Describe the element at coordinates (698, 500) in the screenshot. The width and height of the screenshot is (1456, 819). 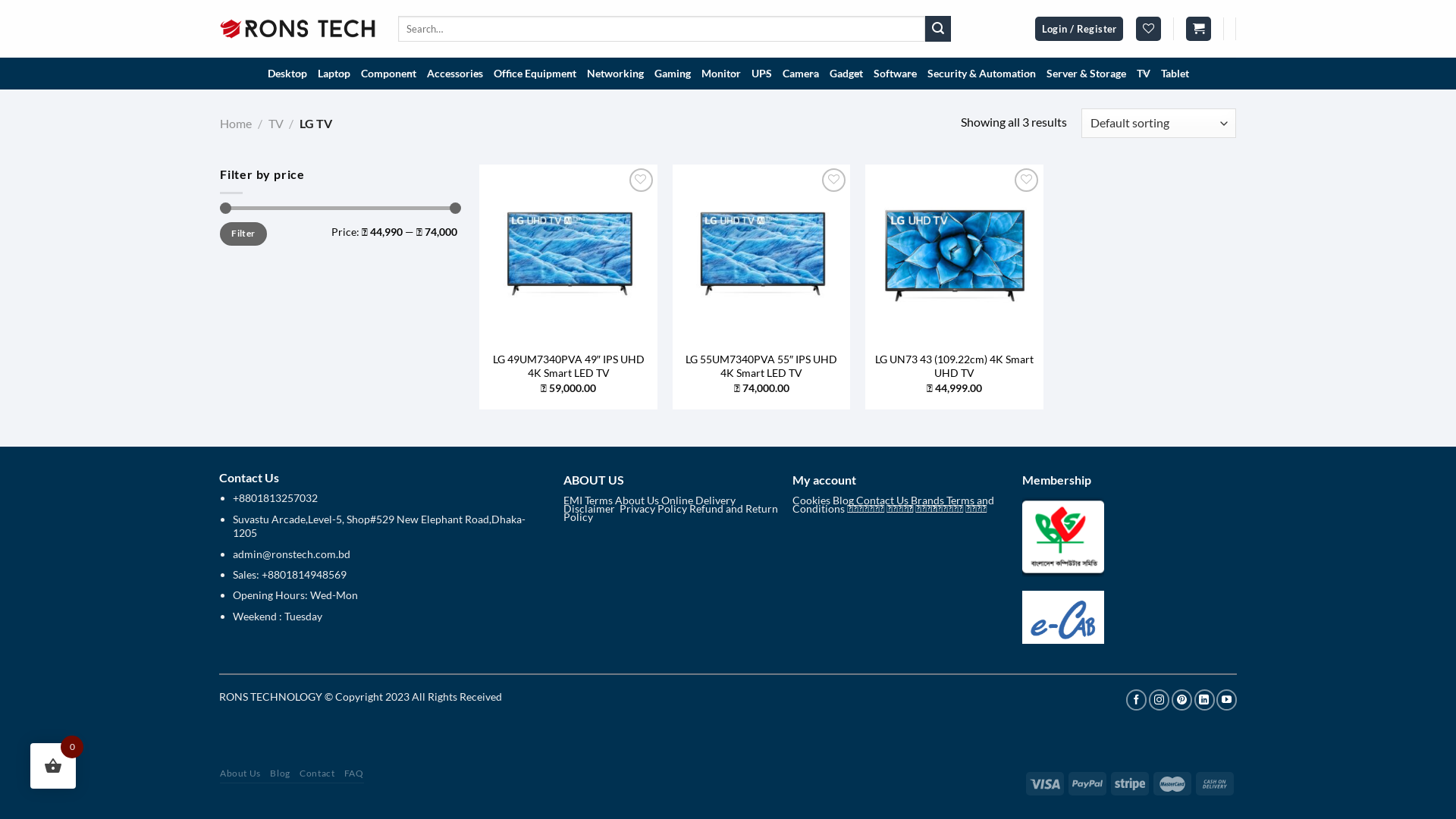
I see `'Online Delivery'` at that location.